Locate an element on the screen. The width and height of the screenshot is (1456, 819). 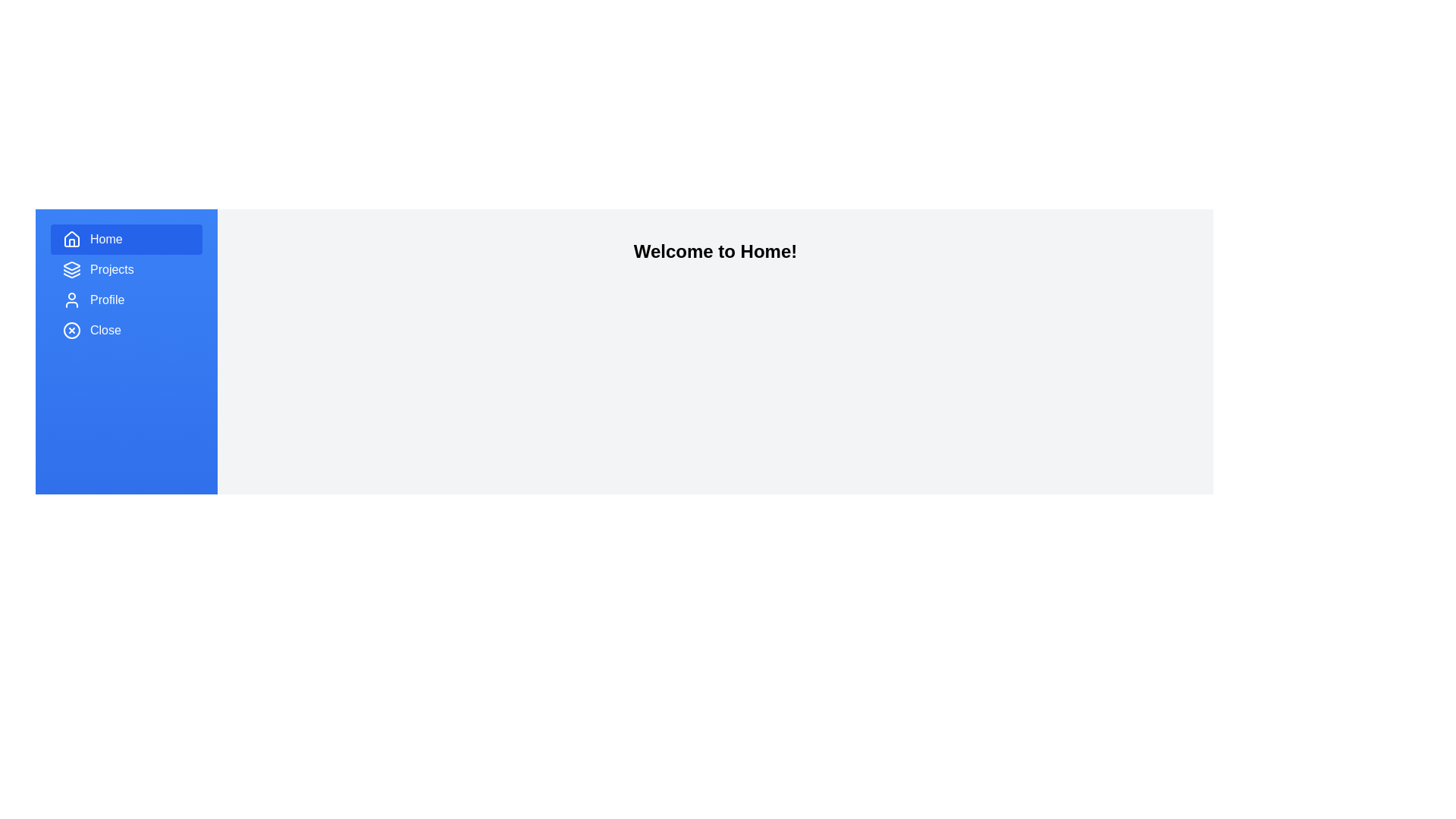
the tab Projects from the navigation drawer is located at coordinates (127, 268).